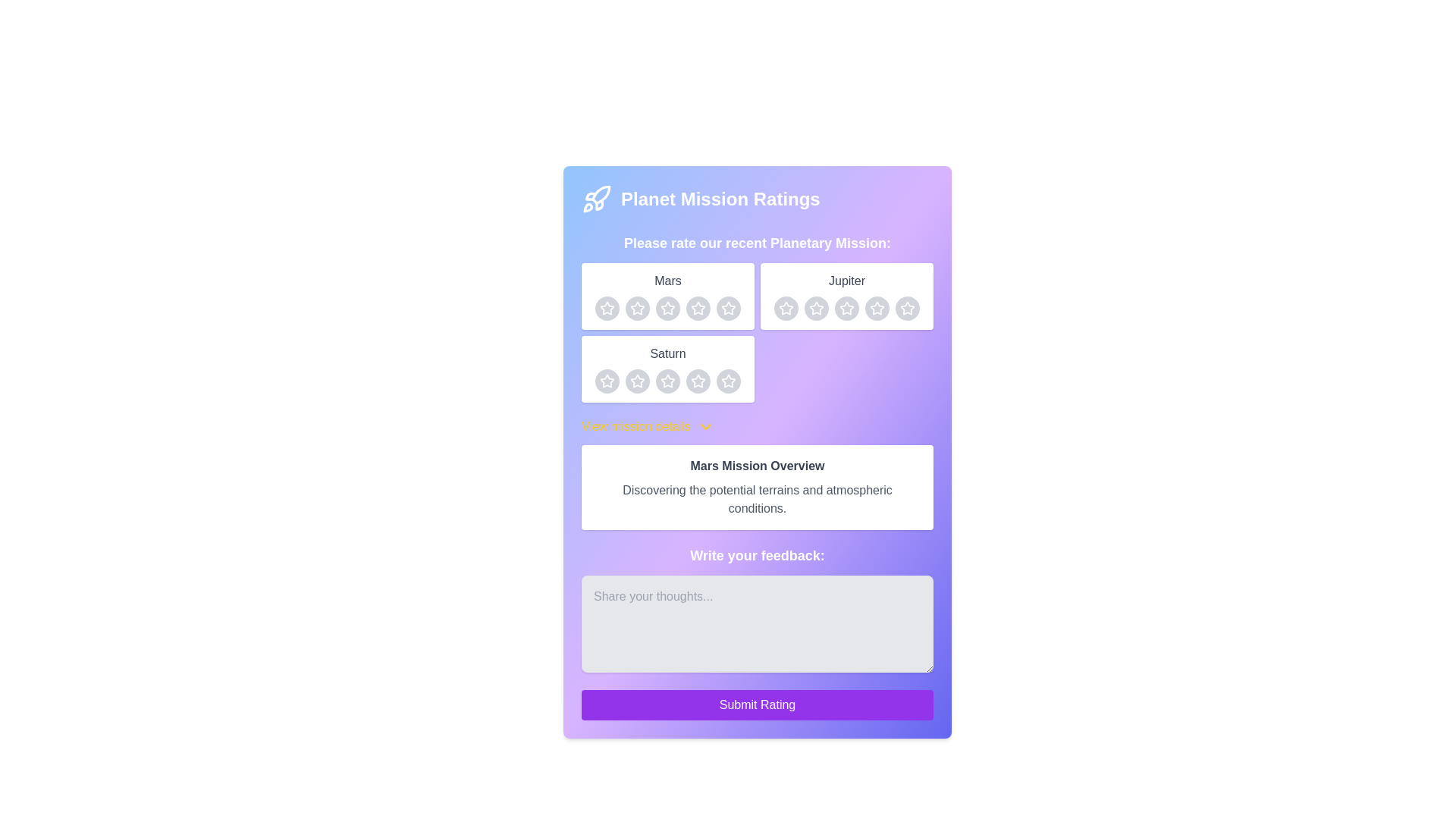 Image resolution: width=1456 pixels, height=819 pixels. Describe the element at coordinates (728, 380) in the screenshot. I see `the fifth star rating icon in the Saturn row` at that location.